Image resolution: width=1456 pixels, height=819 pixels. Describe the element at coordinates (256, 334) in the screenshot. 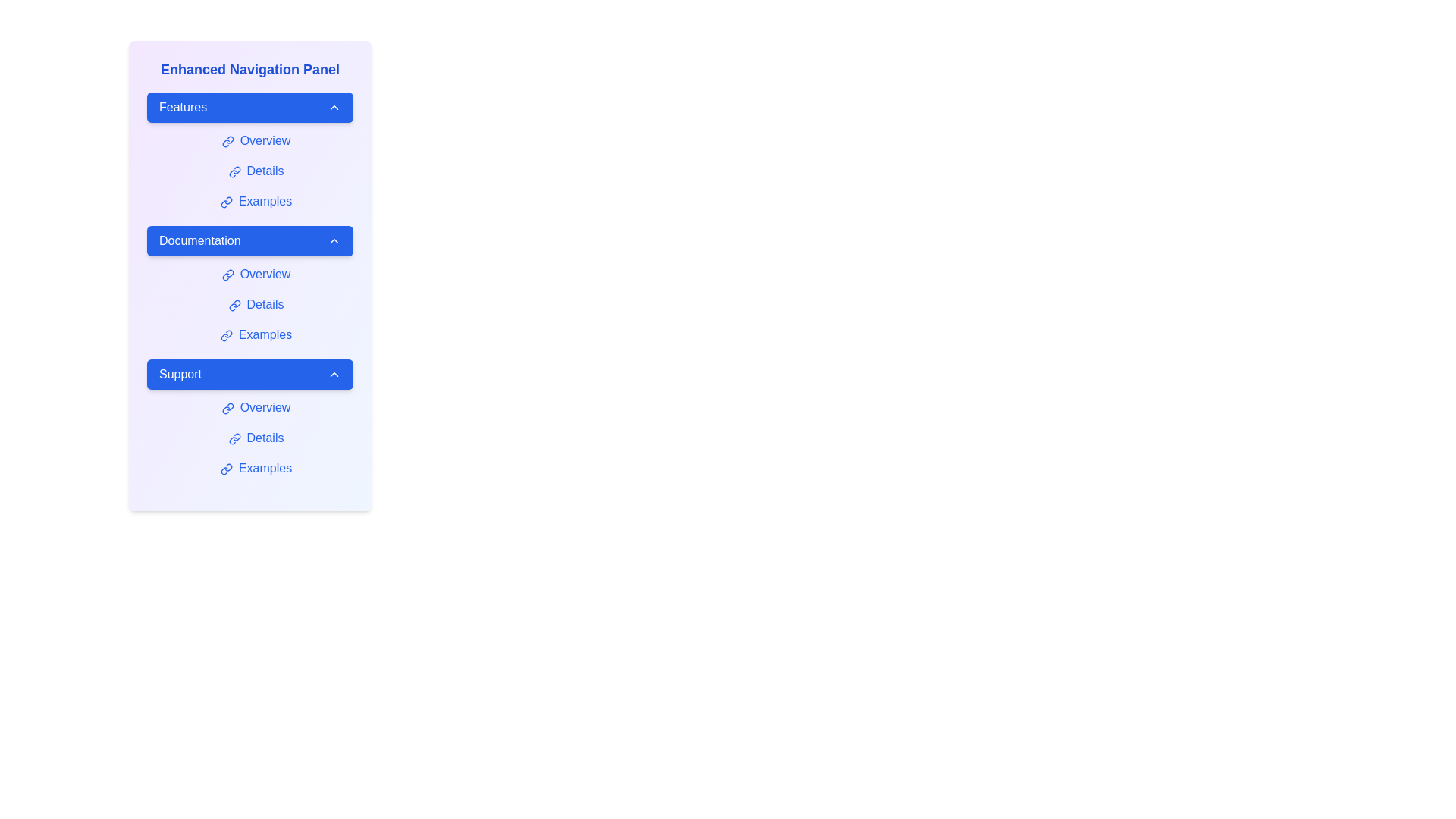

I see `the 'Examples' hyperlink located in the 'Documentation' section of the navigation panel` at that location.